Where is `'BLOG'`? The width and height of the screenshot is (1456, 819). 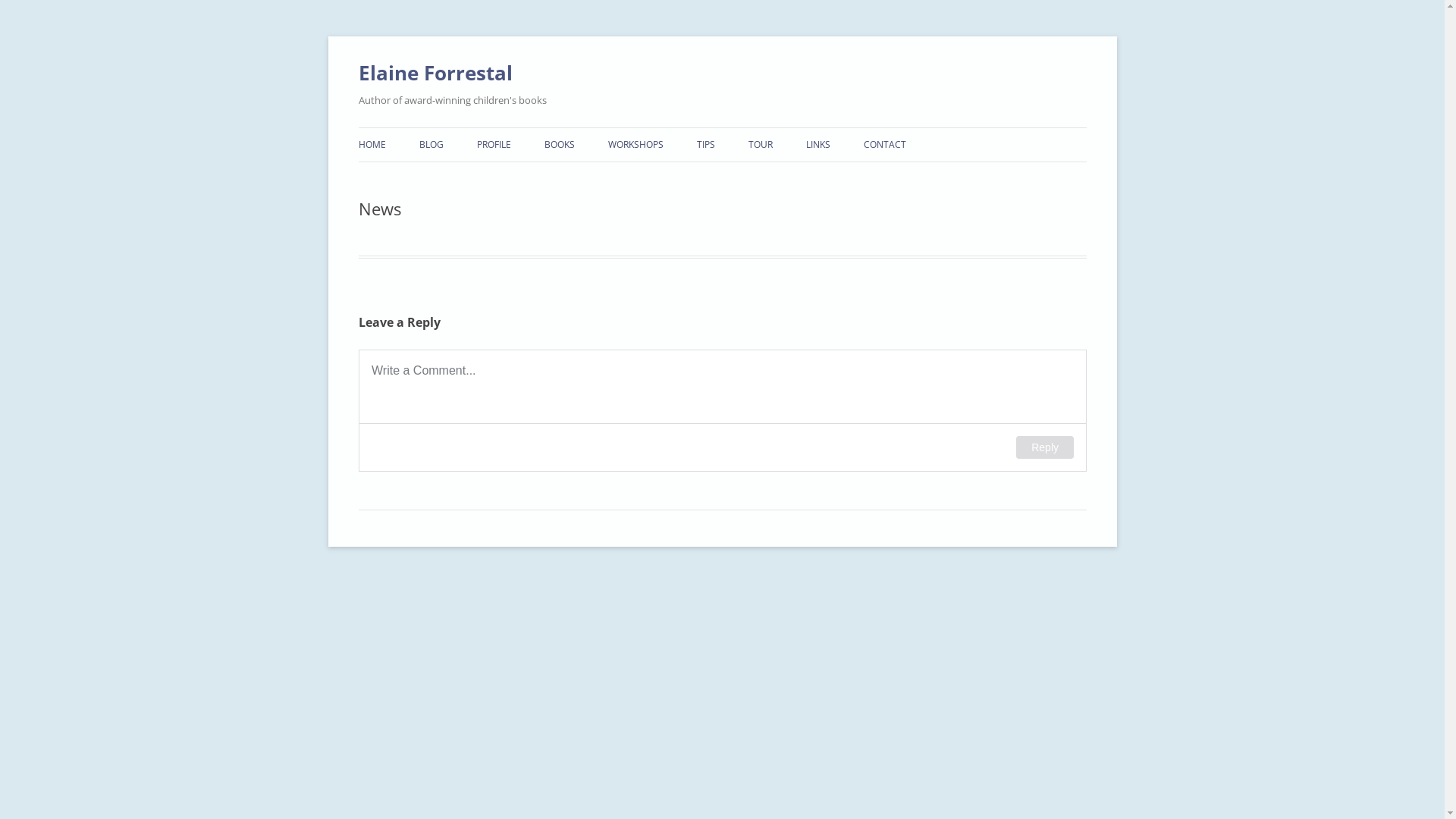 'BLOG' is located at coordinates (419, 145).